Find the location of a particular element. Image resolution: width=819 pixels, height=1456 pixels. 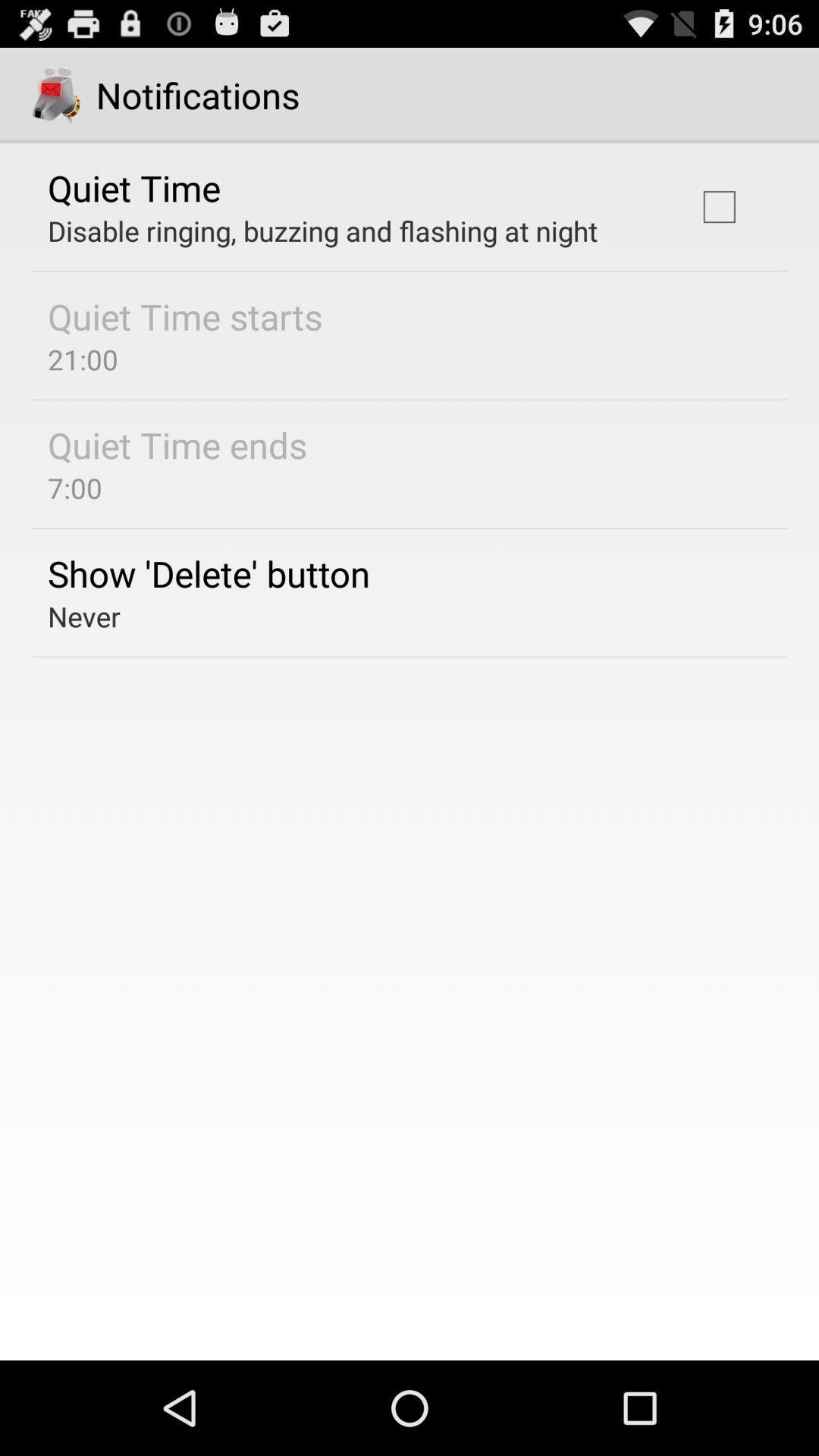

icon above the never is located at coordinates (209, 573).